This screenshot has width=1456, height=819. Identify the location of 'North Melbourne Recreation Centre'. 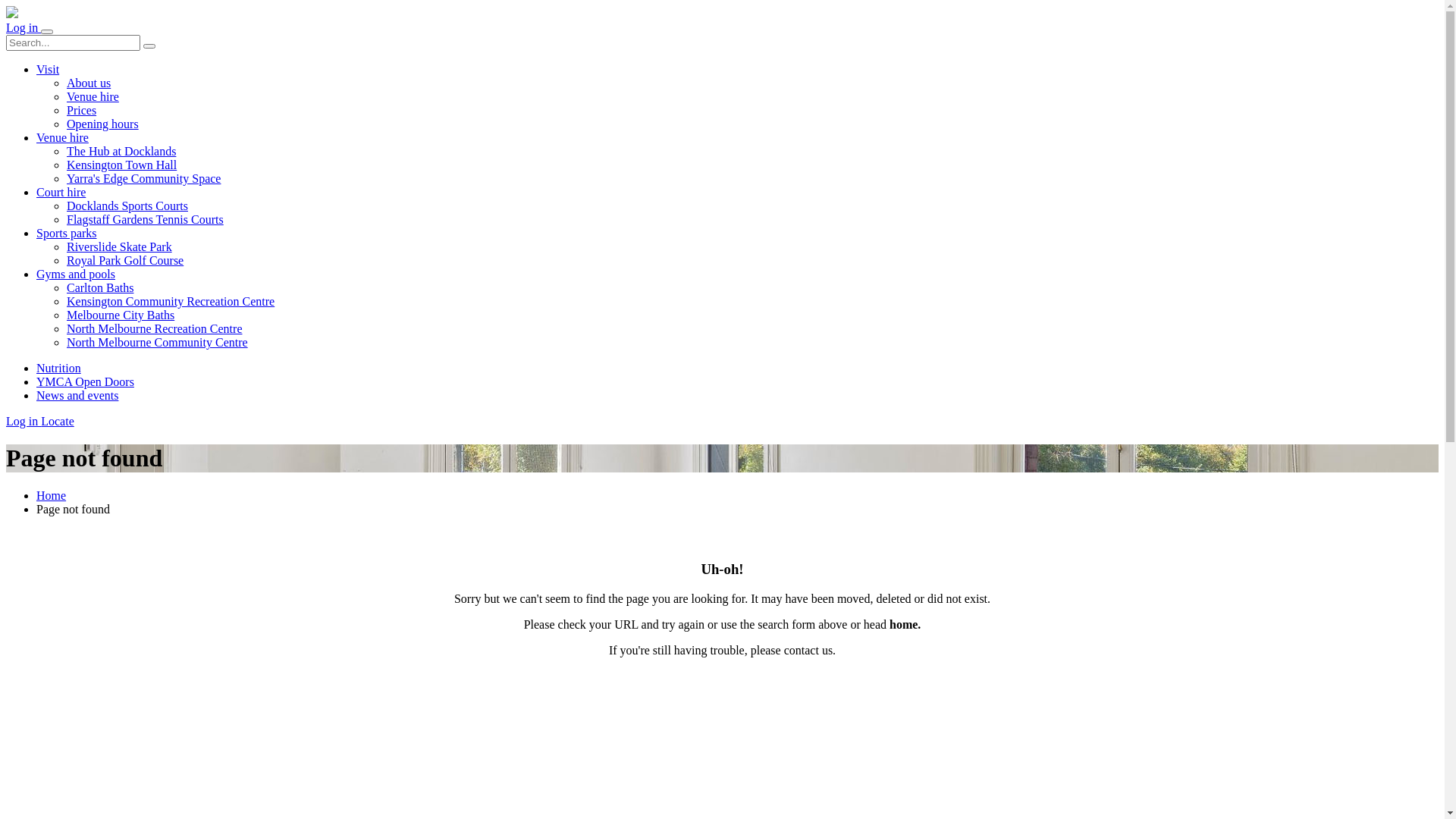
(154, 328).